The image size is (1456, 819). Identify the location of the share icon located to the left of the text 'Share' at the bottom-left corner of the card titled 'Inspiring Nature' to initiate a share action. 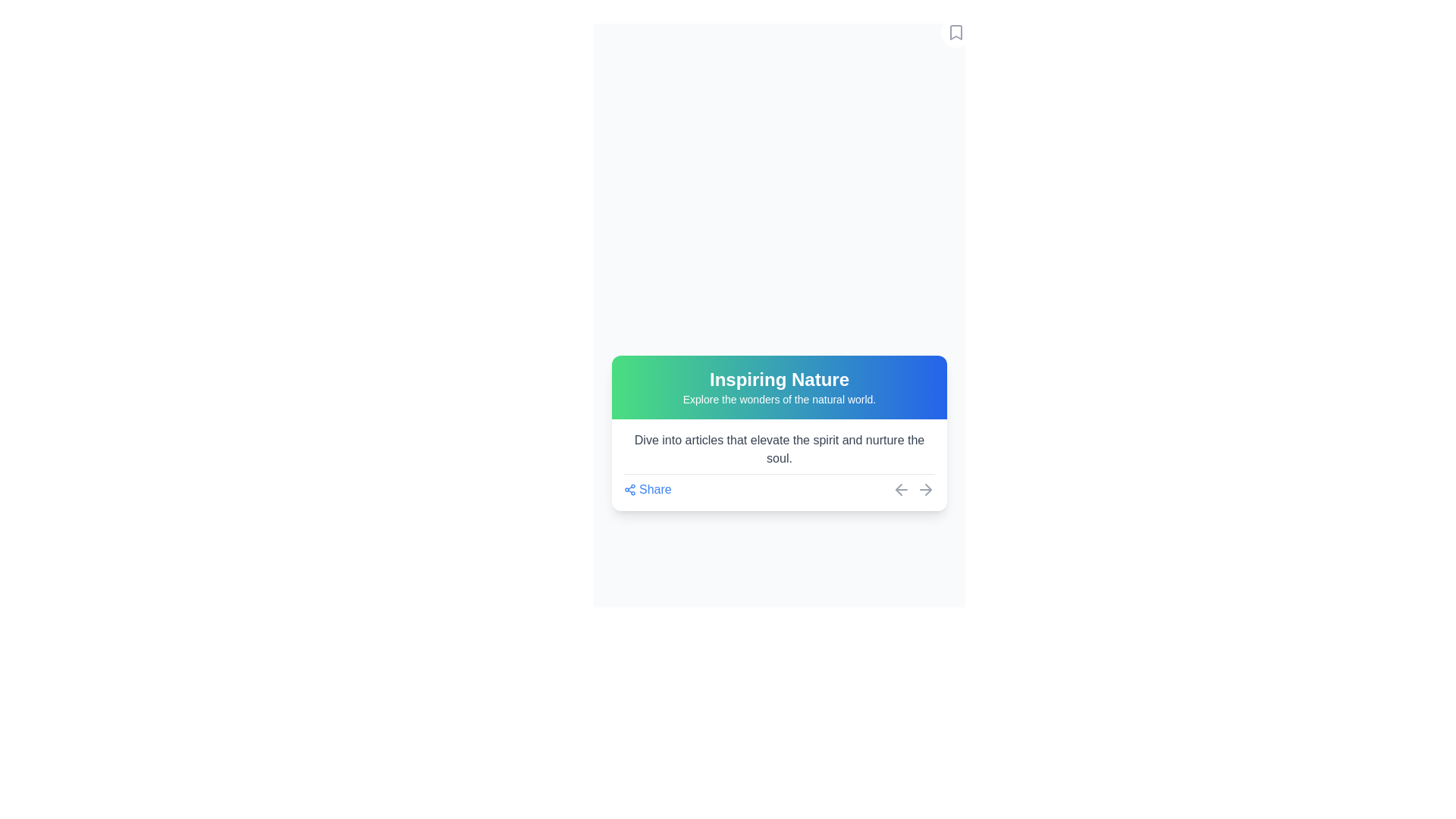
(629, 488).